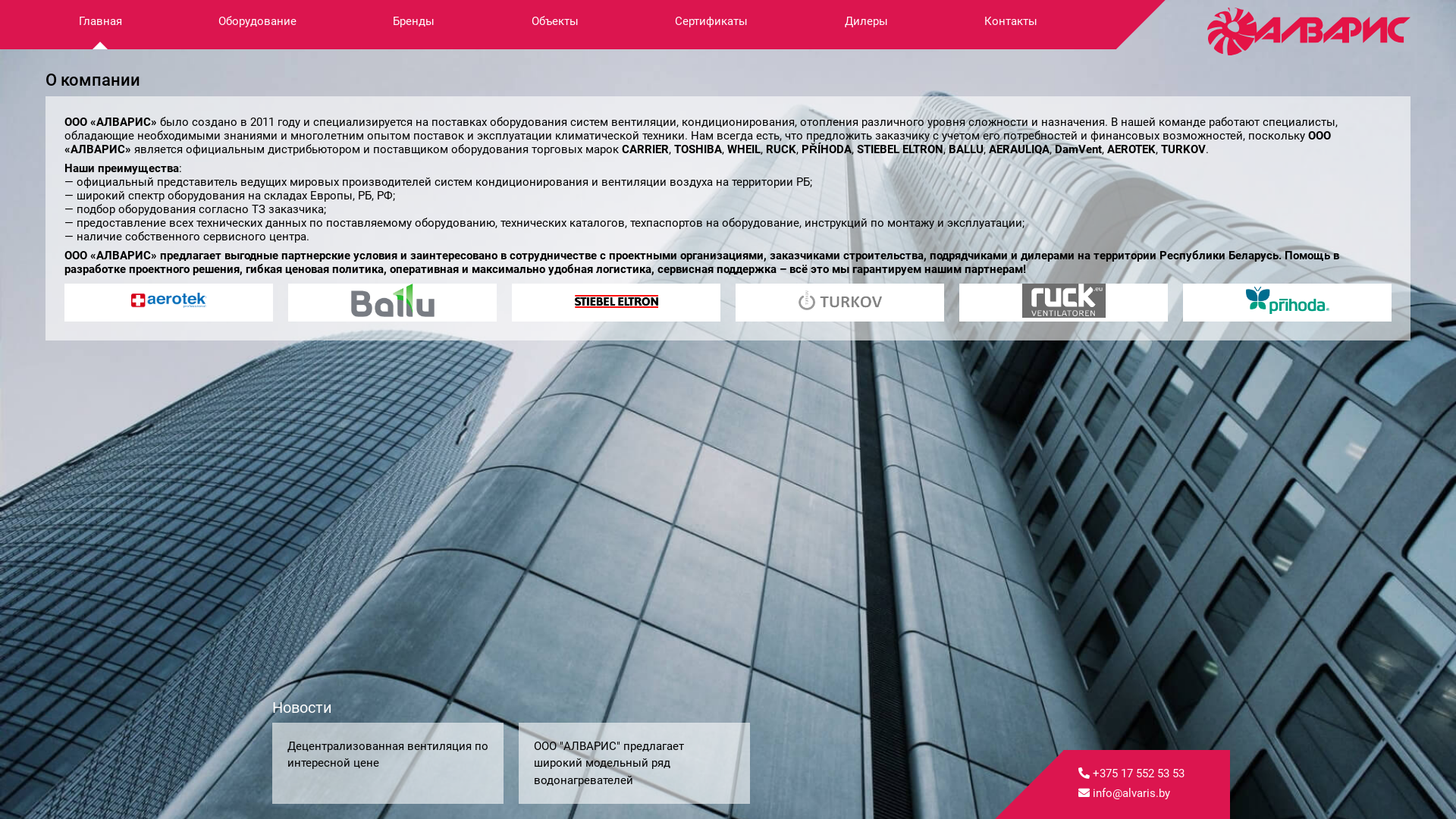  I want to click on '+375 17 552 53 53', so click(1147, 773).